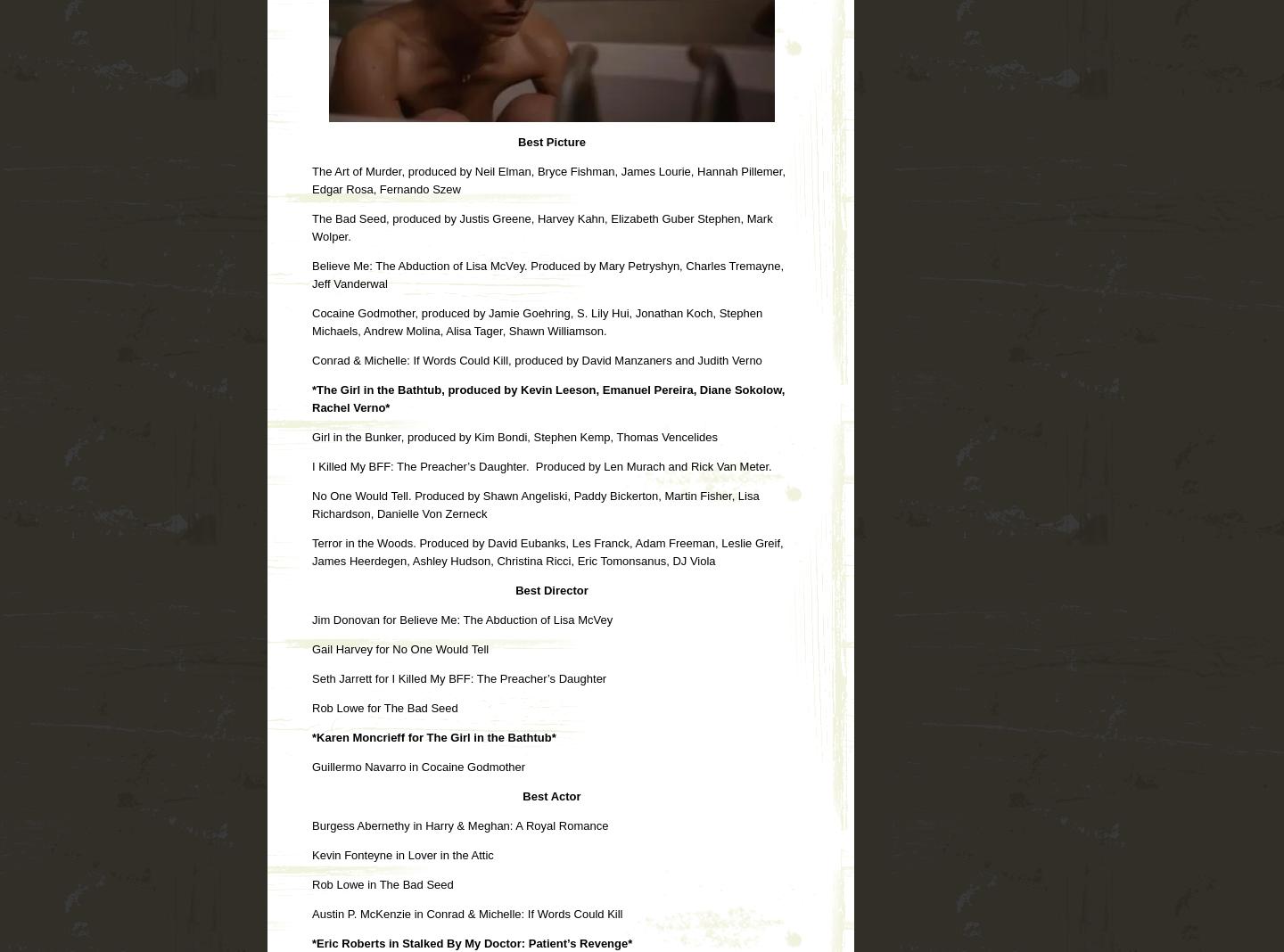 This screenshot has width=1284, height=952. What do you see at coordinates (384, 707) in the screenshot?
I see `'Rob Lowe for The Bad Seed'` at bounding box center [384, 707].